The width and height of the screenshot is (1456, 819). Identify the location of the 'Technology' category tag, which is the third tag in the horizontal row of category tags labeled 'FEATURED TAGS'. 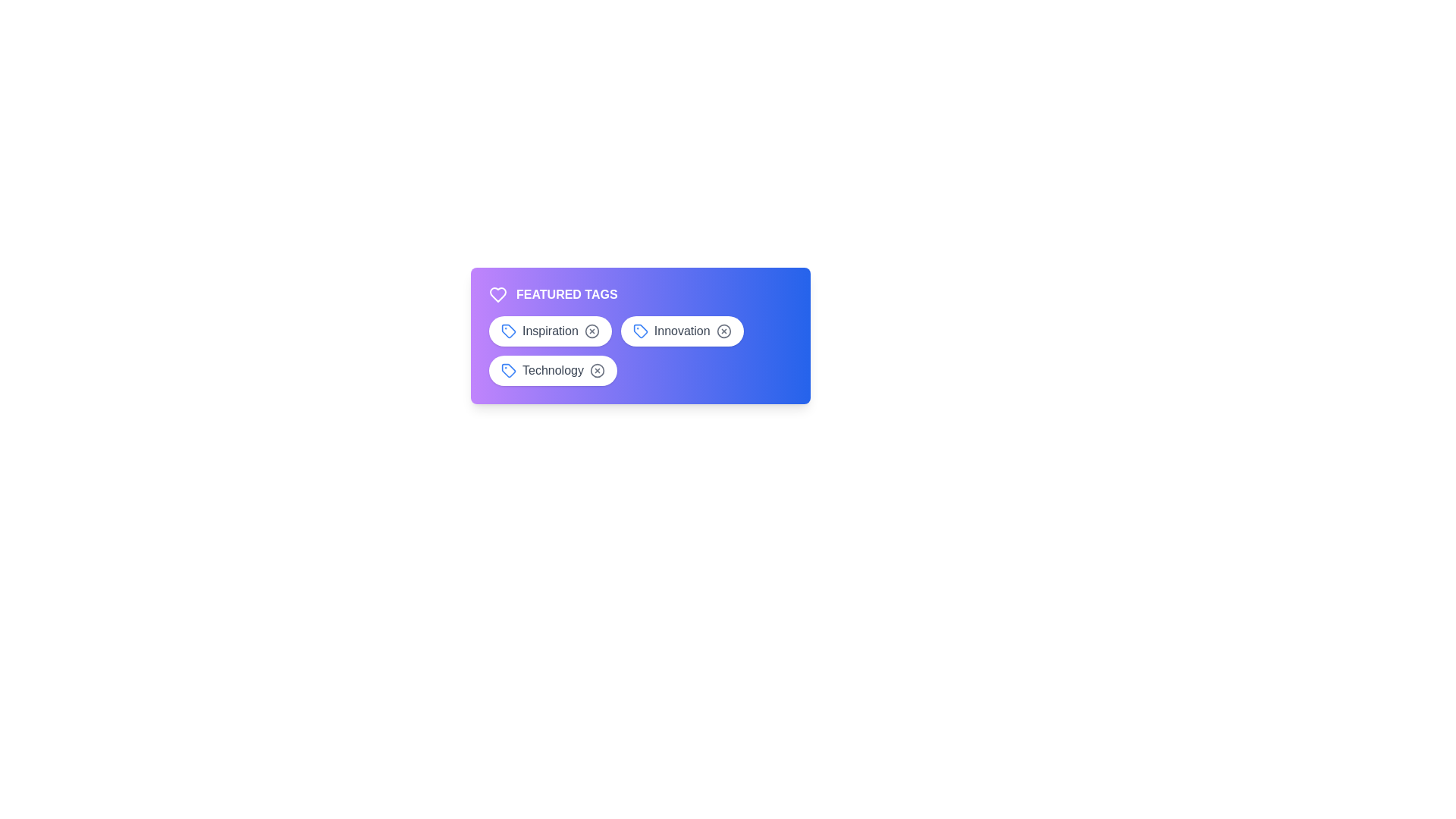
(552, 371).